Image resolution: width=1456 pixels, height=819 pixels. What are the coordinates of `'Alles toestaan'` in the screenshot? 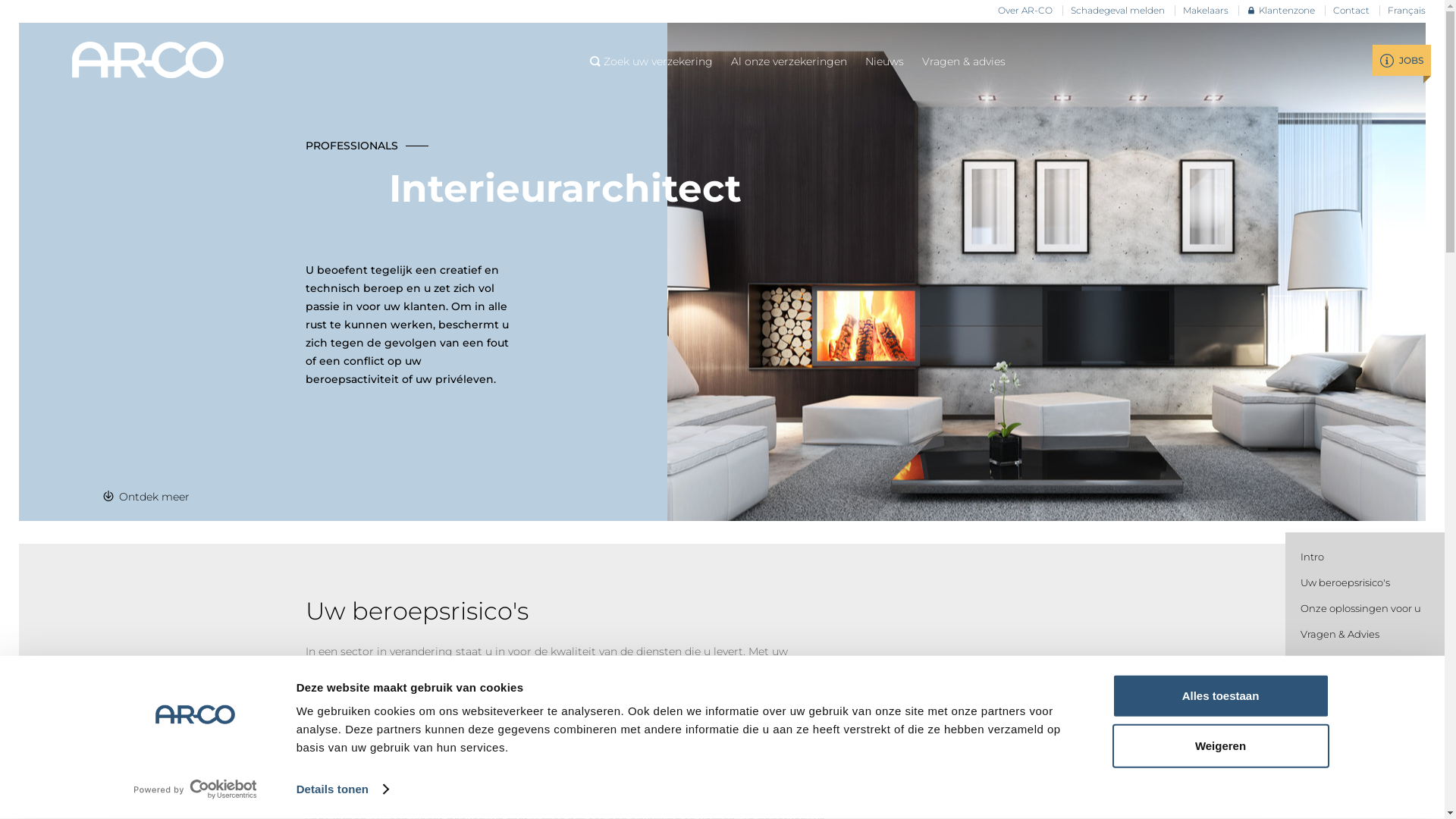 It's located at (1219, 696).